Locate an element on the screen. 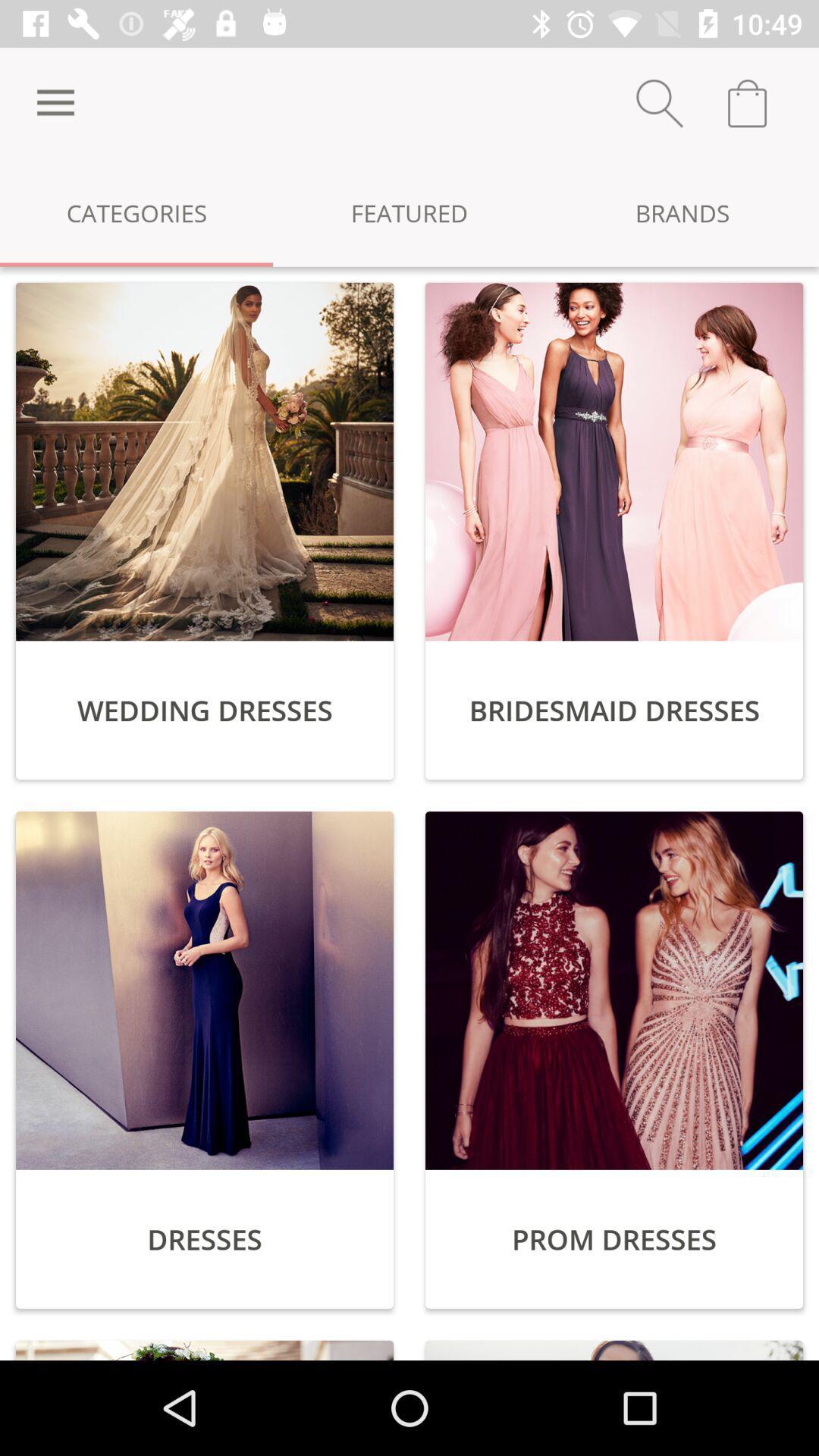 The height and width of the screenshot is (1456, 819). icon above the brands icon is located at coordinates (659, 102).